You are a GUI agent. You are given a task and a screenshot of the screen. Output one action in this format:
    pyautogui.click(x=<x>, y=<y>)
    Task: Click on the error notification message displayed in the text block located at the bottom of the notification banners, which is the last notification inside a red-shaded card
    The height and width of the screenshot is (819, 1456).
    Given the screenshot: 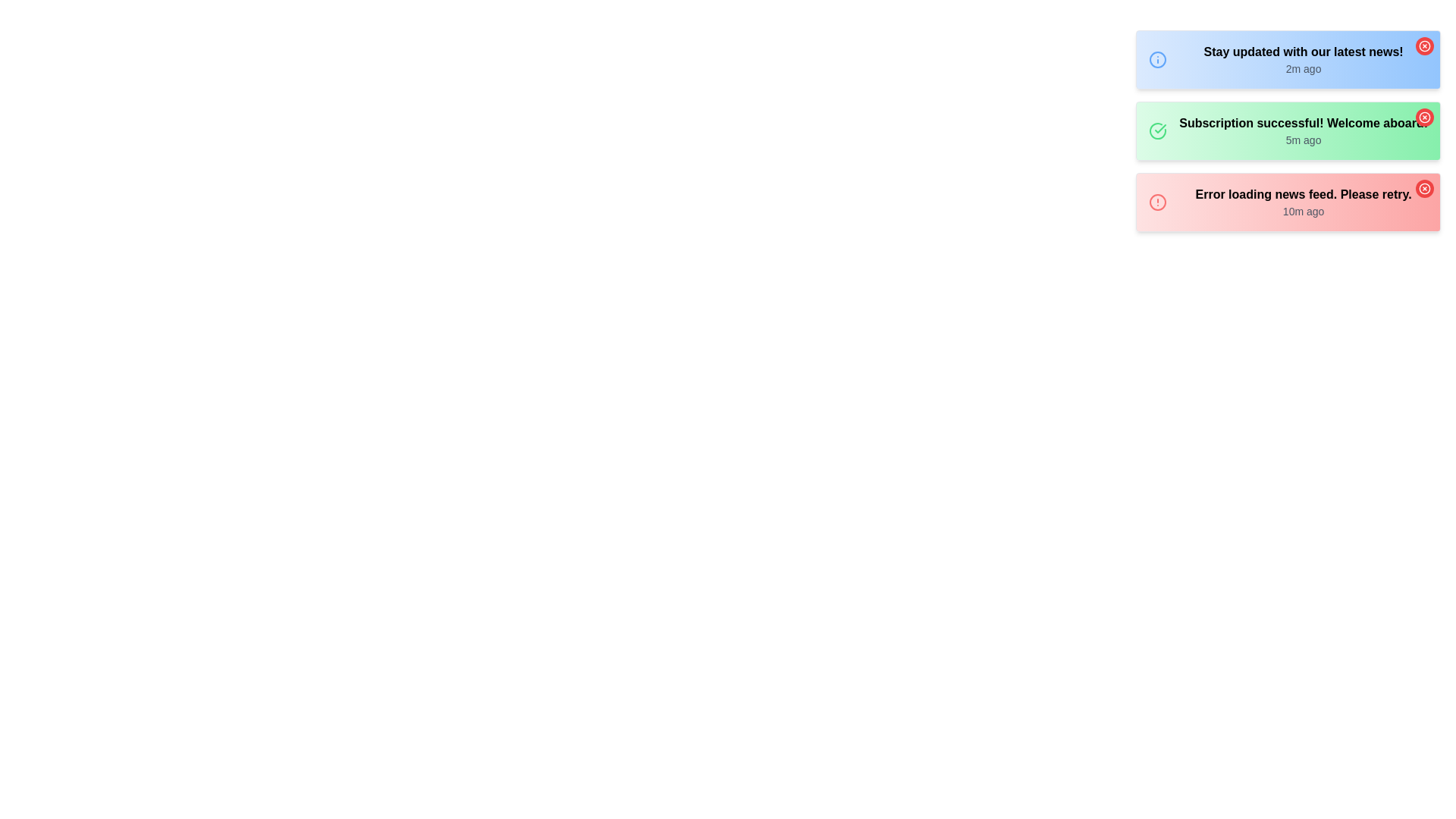 What is the action you would take?
    pyautogui.click(x=1303, y=201)
    